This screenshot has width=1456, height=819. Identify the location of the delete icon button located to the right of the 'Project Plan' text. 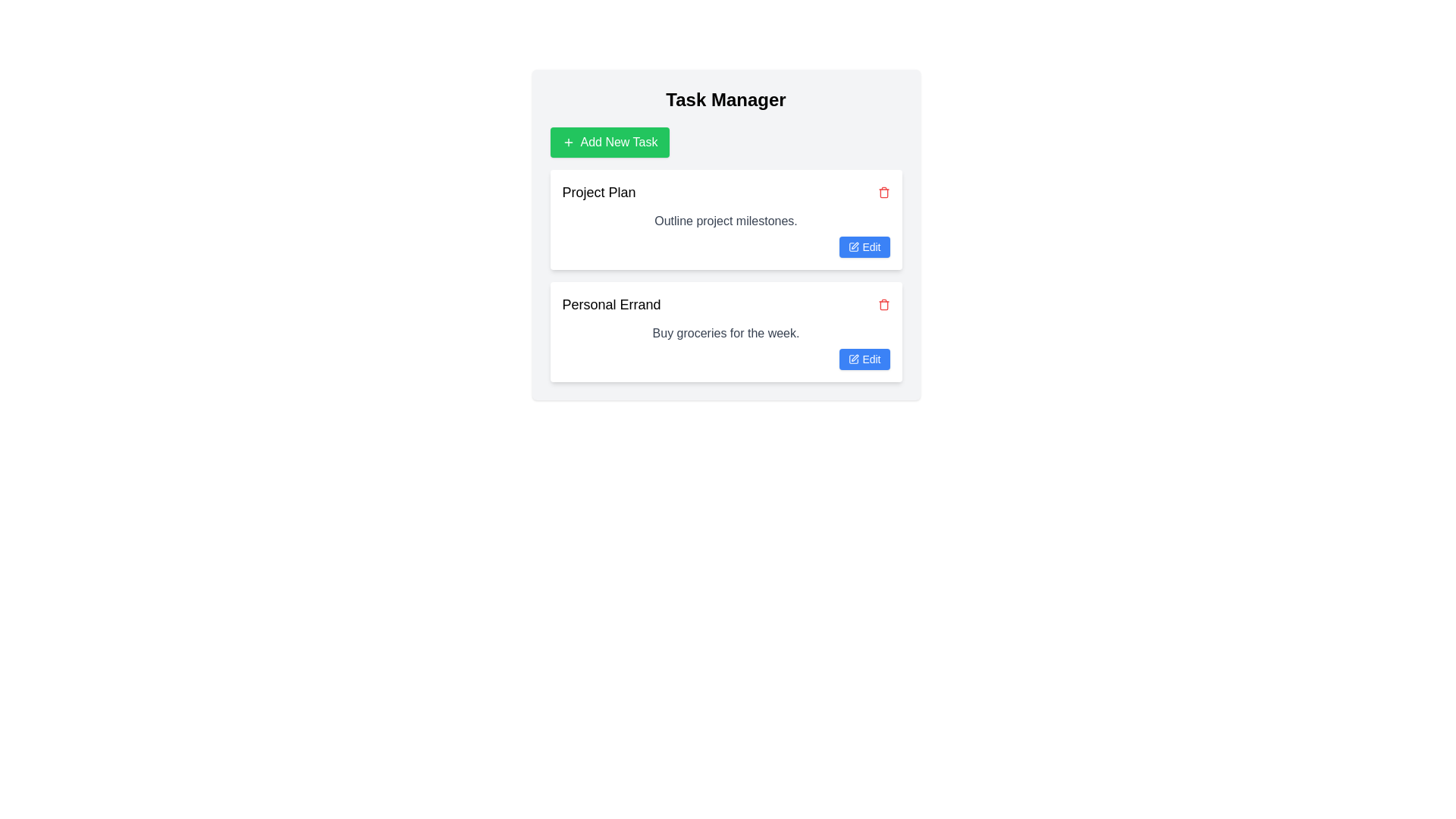
(883, 192).